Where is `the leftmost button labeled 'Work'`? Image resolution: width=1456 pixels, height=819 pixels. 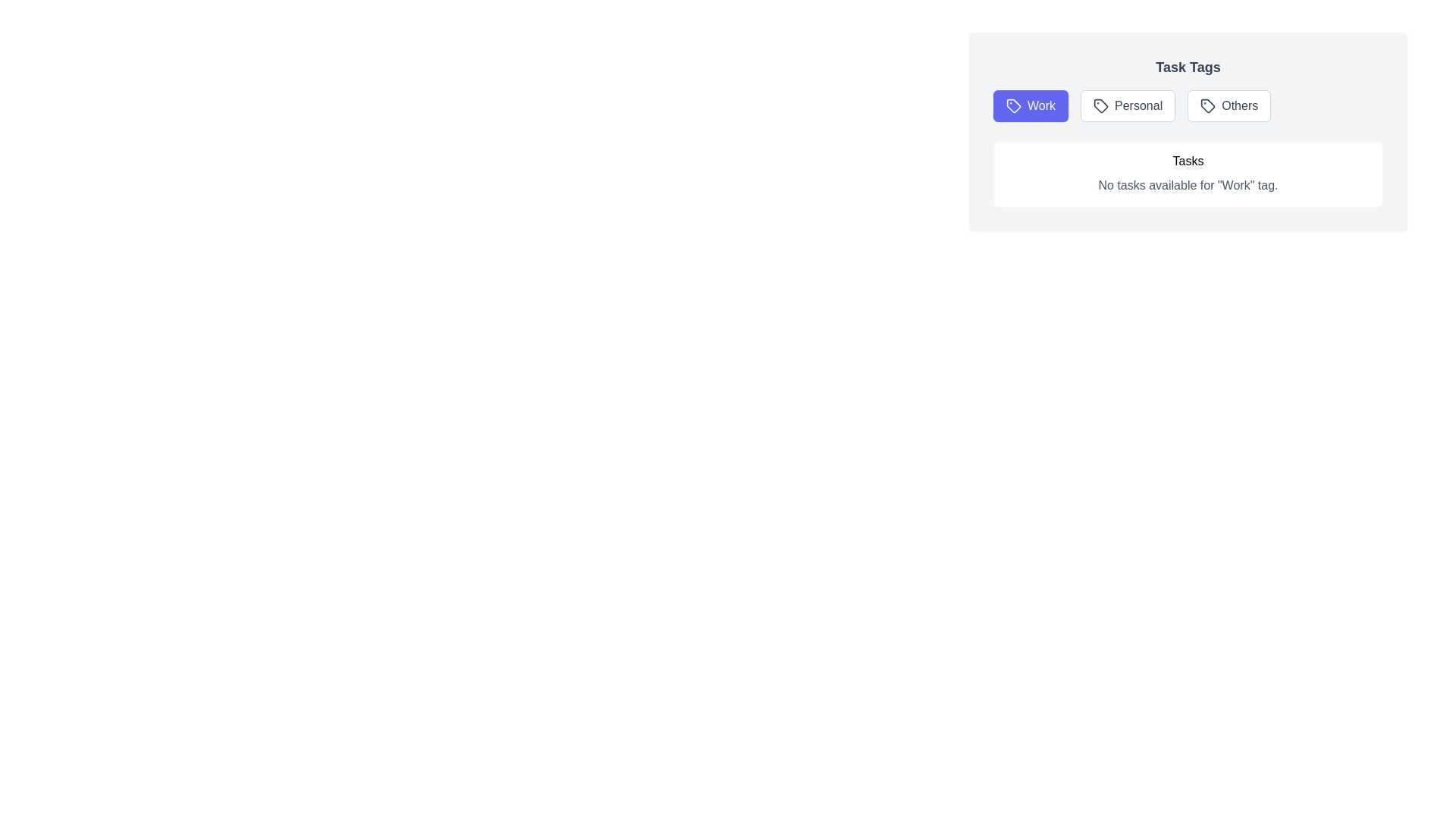
the leftmost button labeled 'Work' is located at coordinates (1031, 105).